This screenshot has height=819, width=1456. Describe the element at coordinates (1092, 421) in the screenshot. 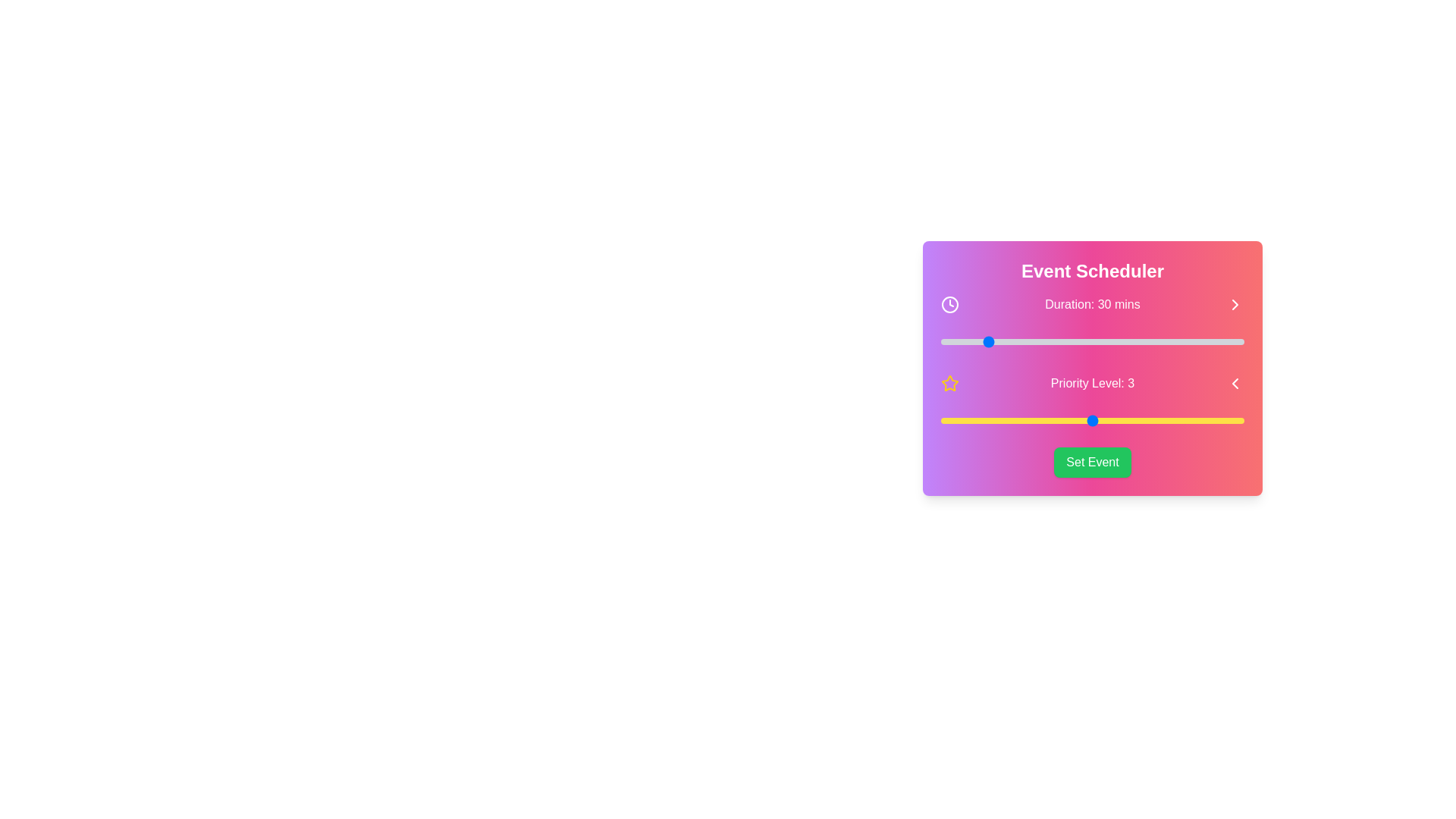

I see `and drag the handle of the yellow horizontal slider located in the 'Event Scheduler' card under the 'Priority Level: 3' label to adjust its value` at that location.